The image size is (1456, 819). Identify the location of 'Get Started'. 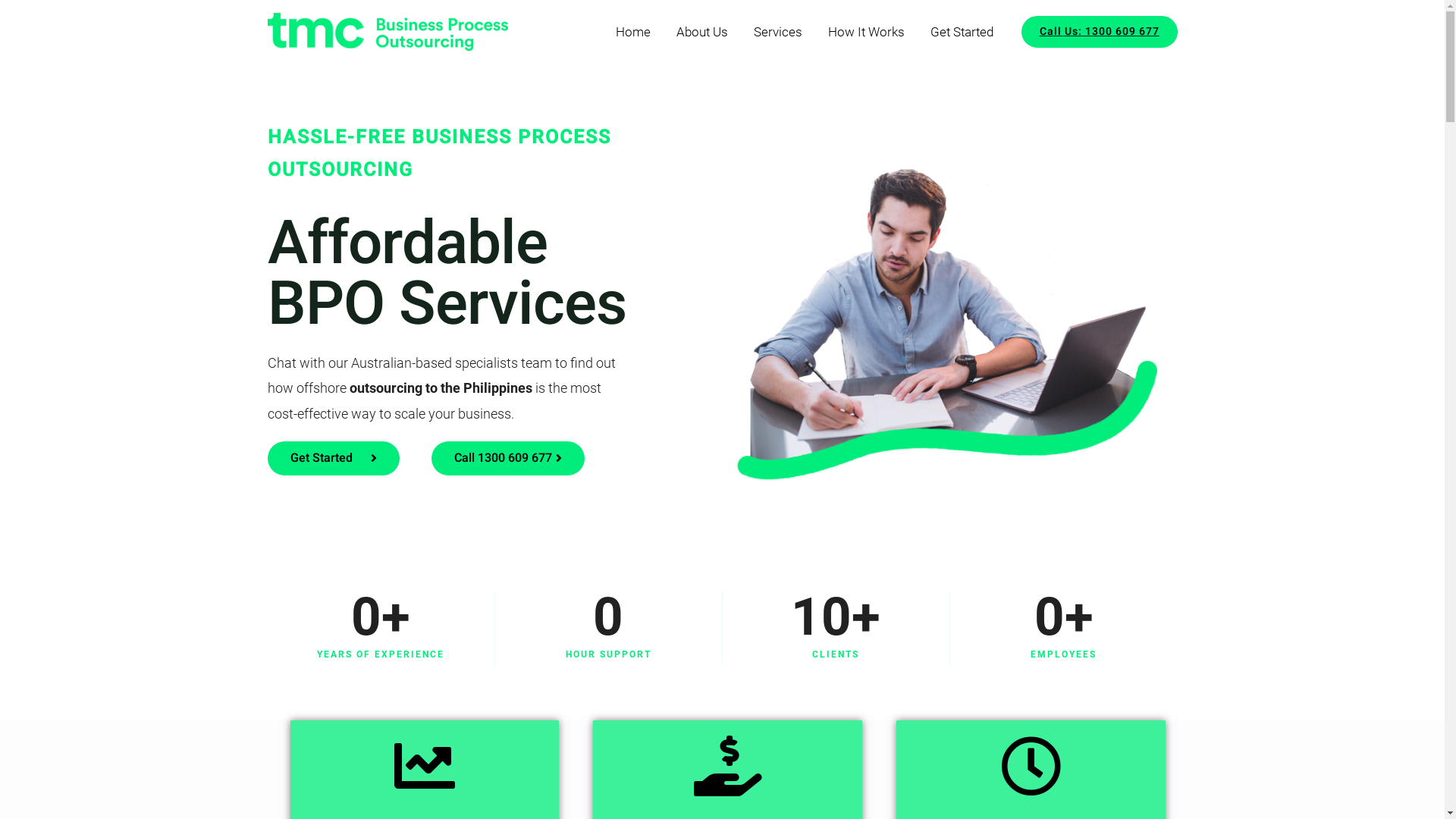
(331, 457).